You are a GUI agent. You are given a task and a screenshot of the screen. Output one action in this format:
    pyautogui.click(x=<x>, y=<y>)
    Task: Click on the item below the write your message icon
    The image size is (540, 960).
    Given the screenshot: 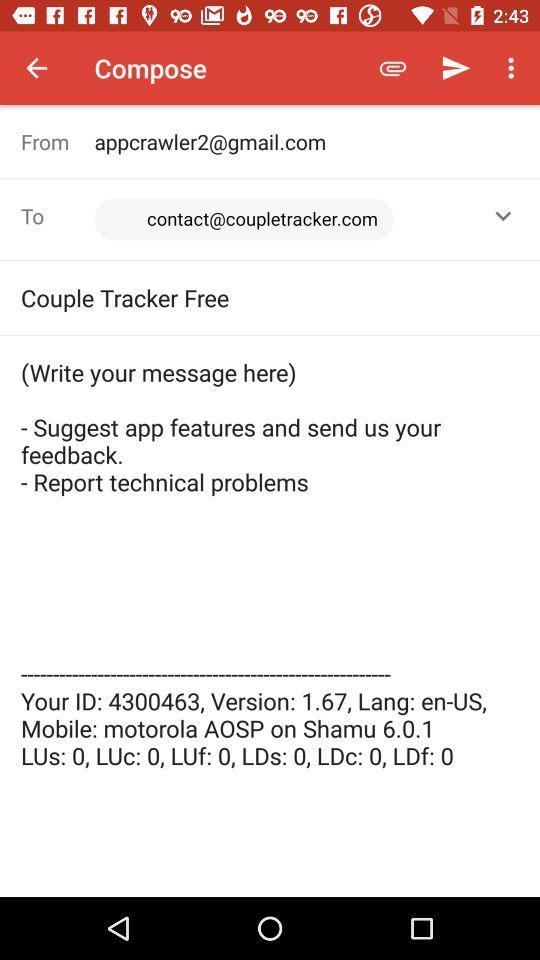 What is the action you would take?
    pyautogui.click(x=270, y=843)
    